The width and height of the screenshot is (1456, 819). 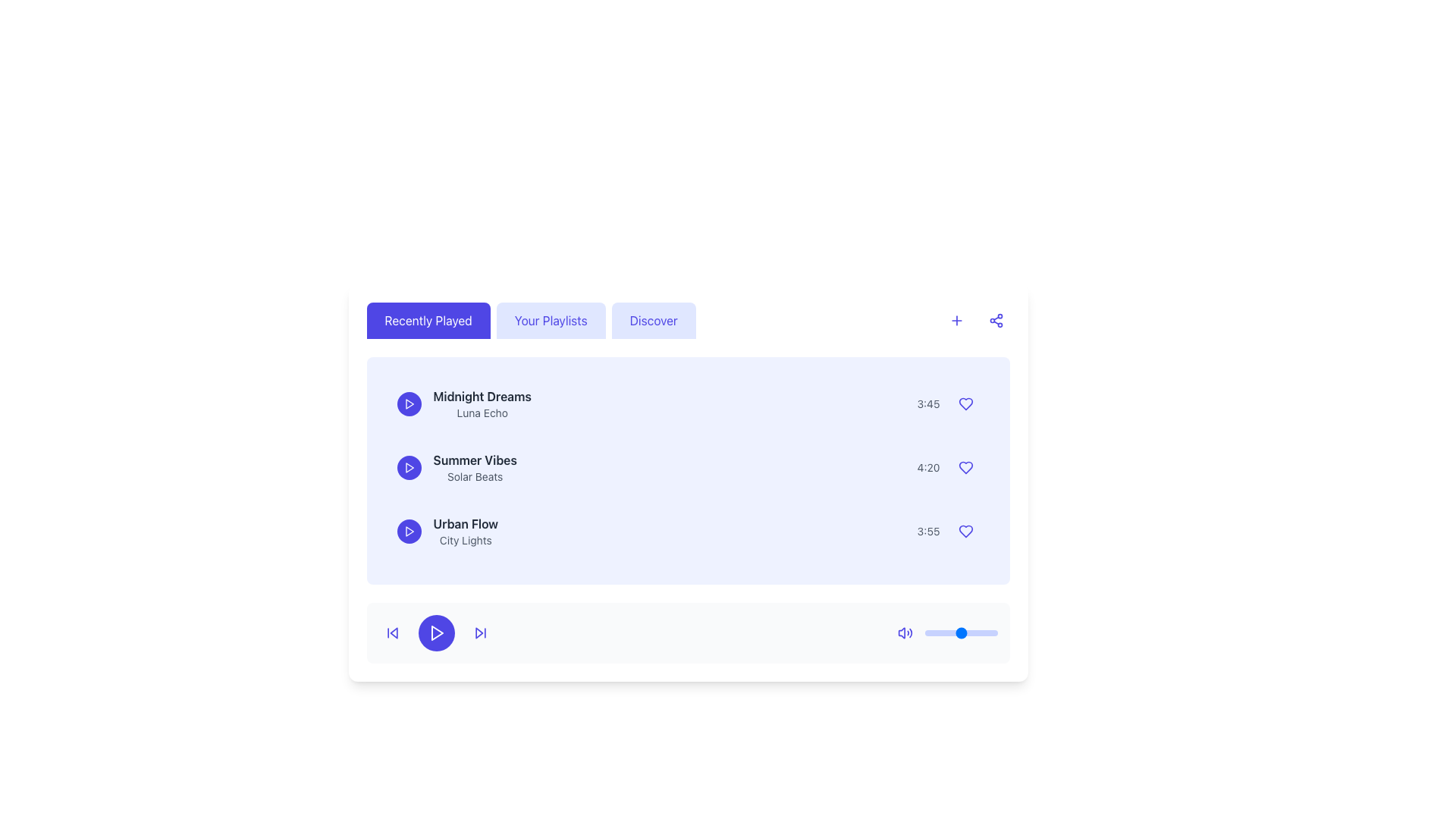 I want to click on the share button with an icon located in the top-right corner of the interface, so click(x=996, y=320).